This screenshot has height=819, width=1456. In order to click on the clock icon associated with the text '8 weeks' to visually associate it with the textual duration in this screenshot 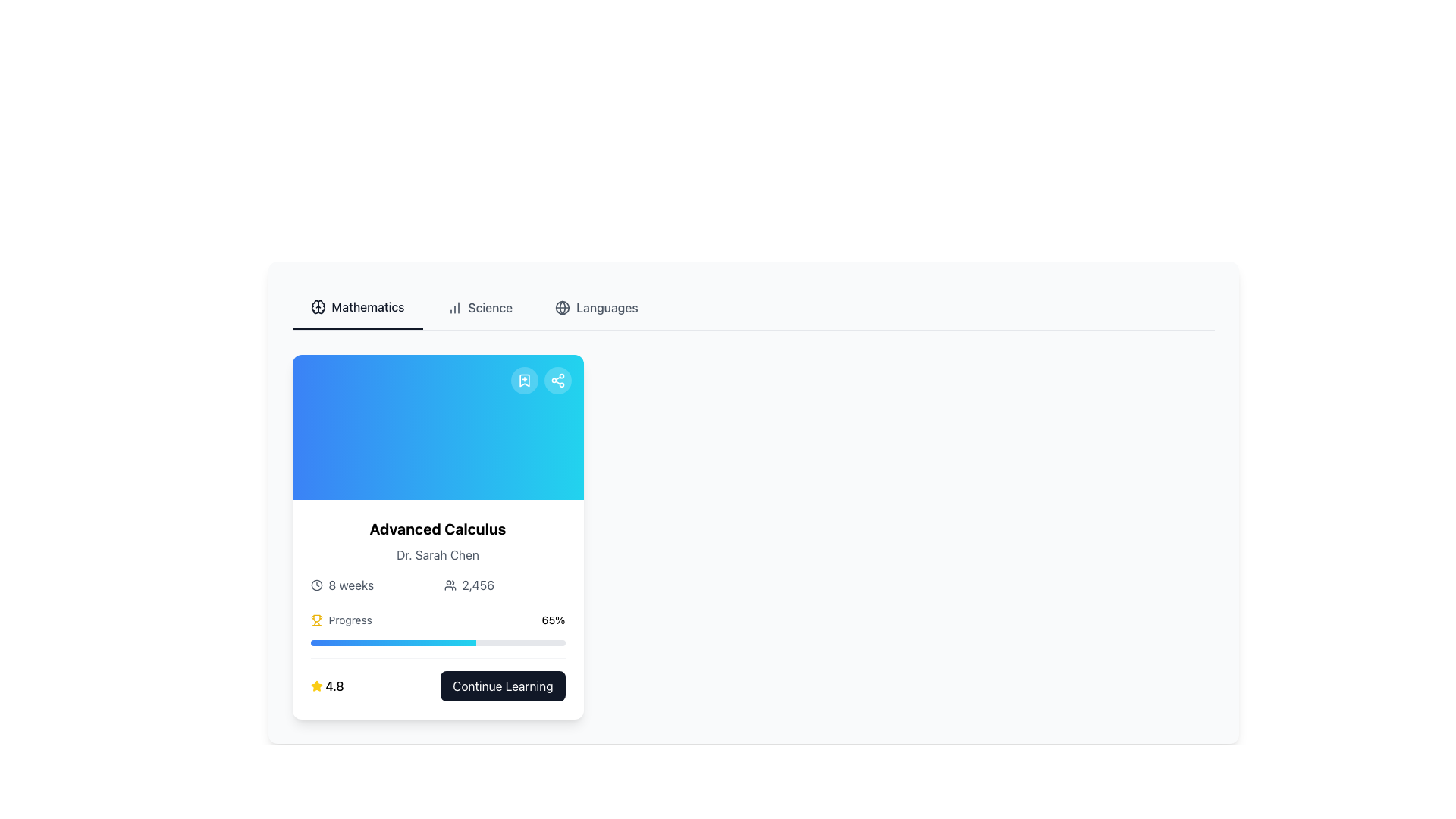, I will do `click(371, 584)`.